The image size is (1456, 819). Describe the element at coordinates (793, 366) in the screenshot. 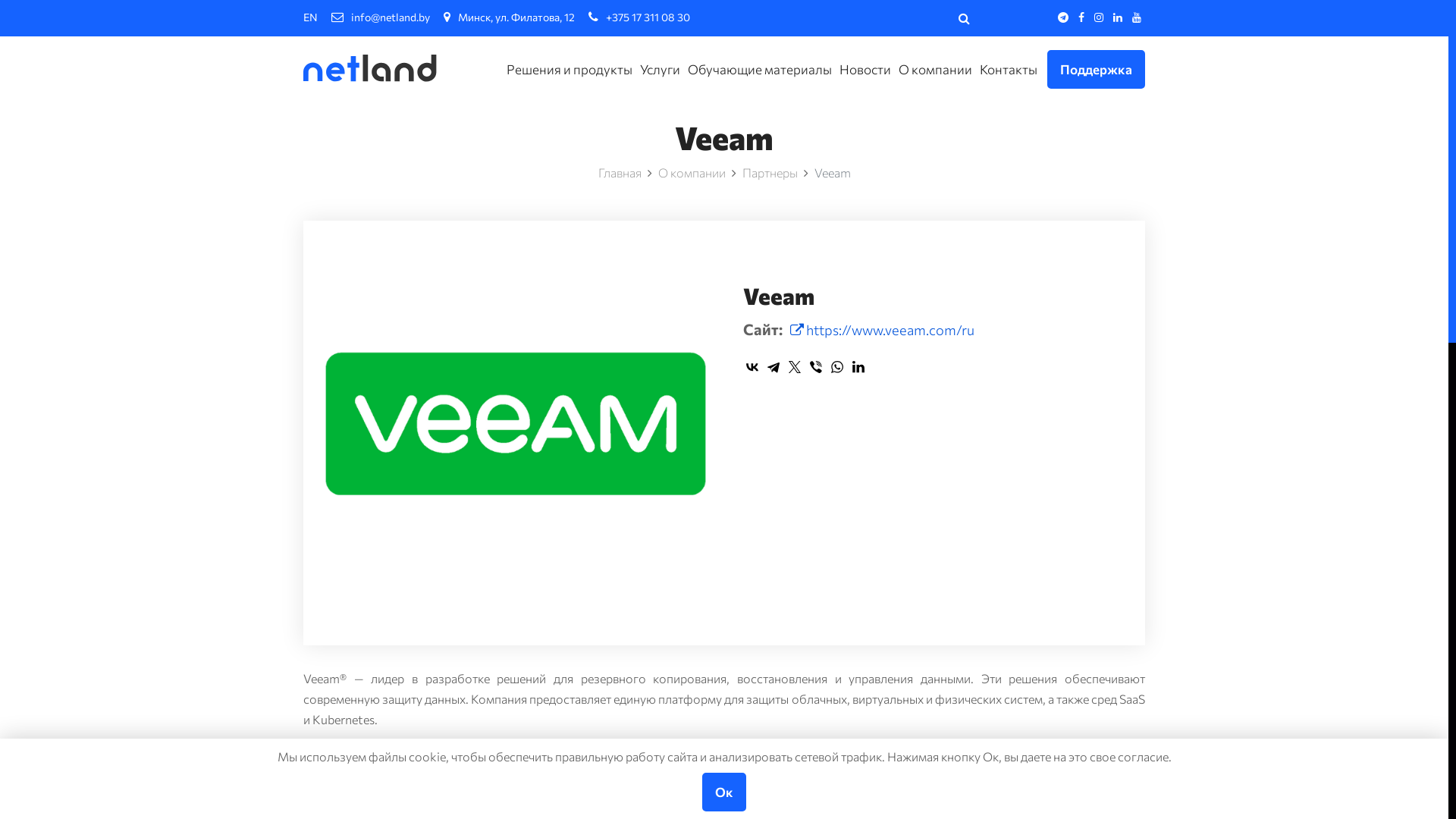

I see `'Twitter'` at that location.